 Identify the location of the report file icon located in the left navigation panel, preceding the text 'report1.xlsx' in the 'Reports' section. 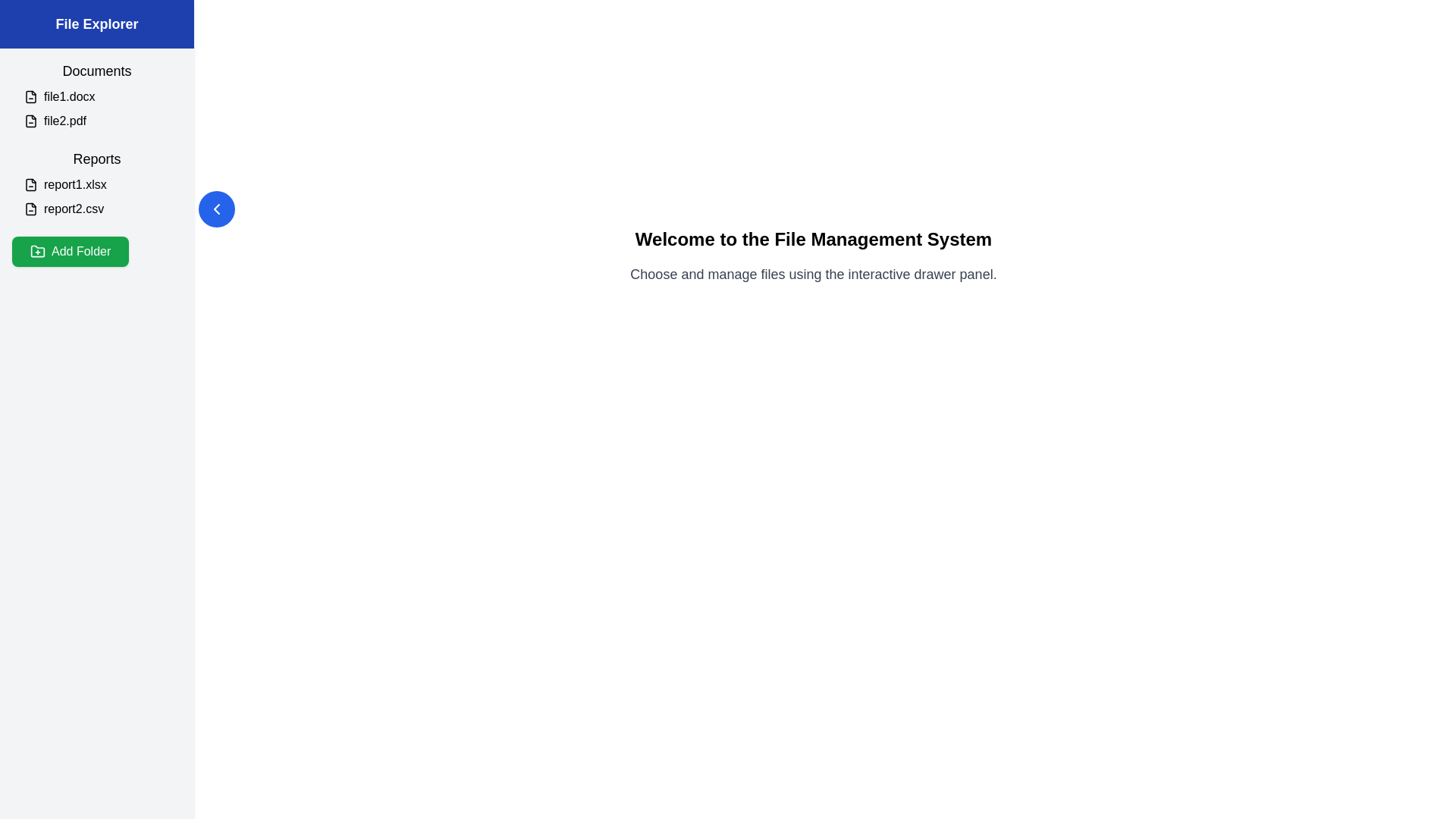
(31, 184).